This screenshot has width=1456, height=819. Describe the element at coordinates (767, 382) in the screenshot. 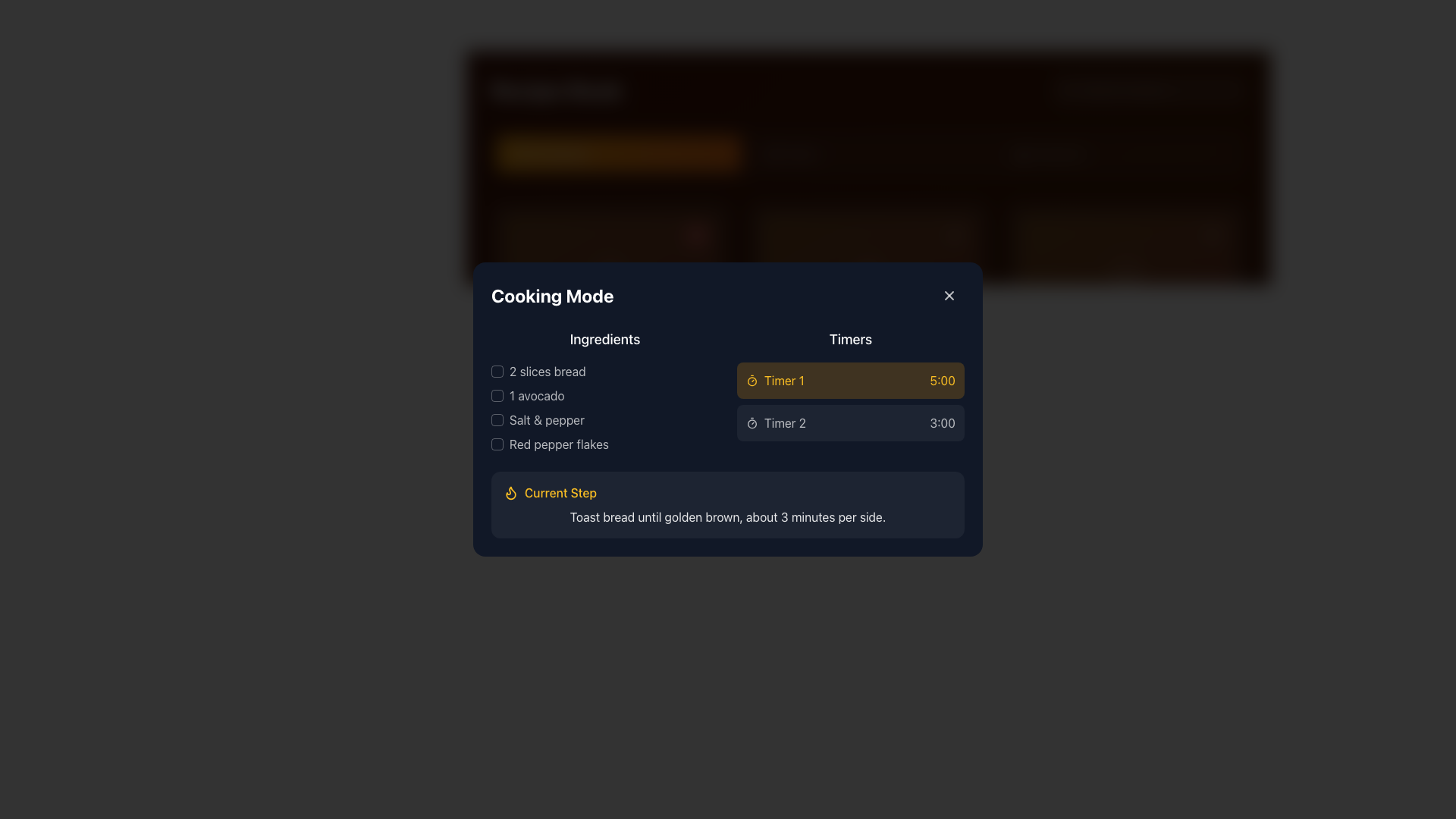

I see `the clock icon that serves as a visual indicator of a timer, located in the 'Timers' section of the 'Cooking Mode' dialog box, positioned to the left of the text '25 mins'` at that location.